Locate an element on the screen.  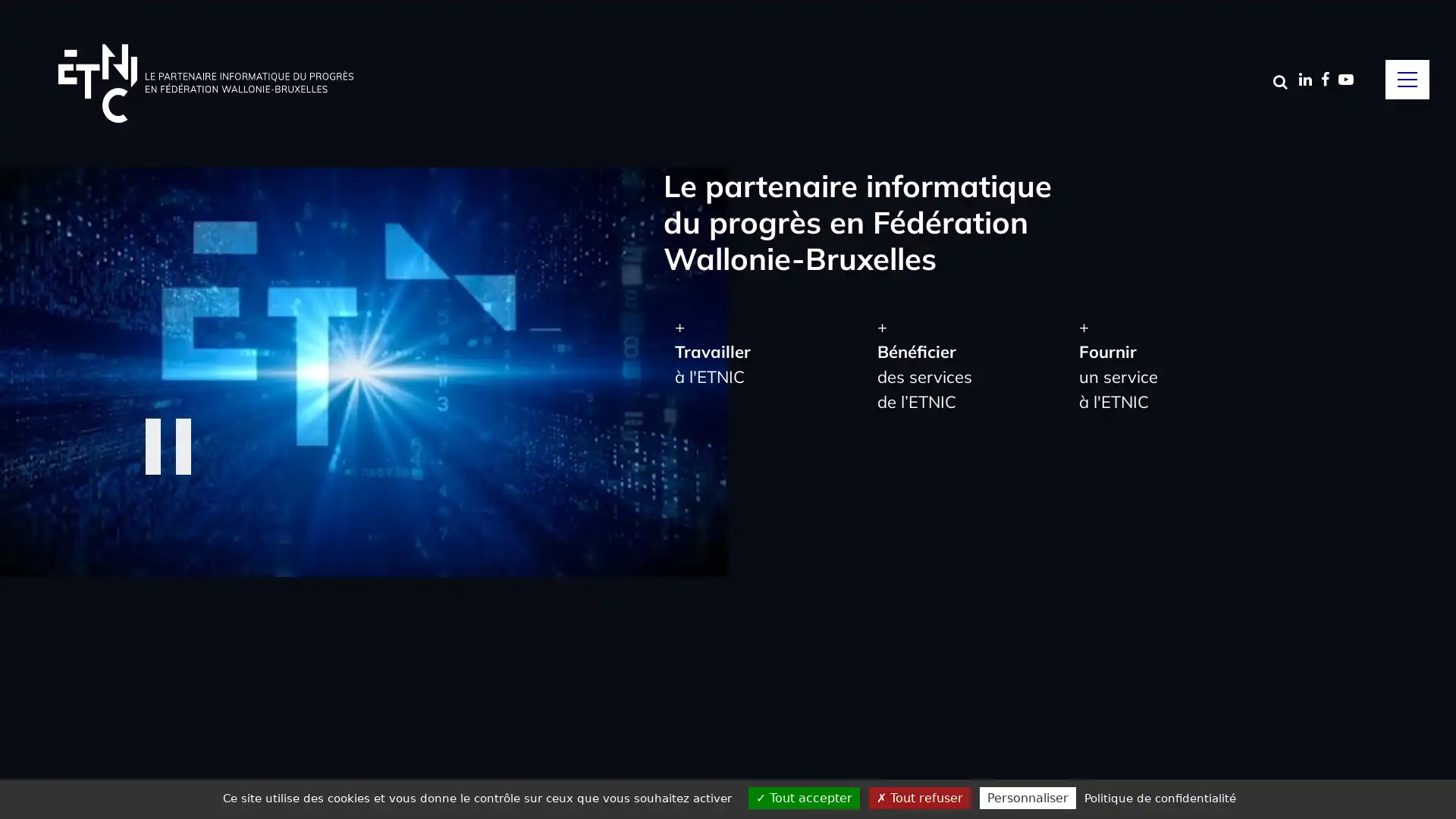
Menu is located at coordinates (1407, 79).